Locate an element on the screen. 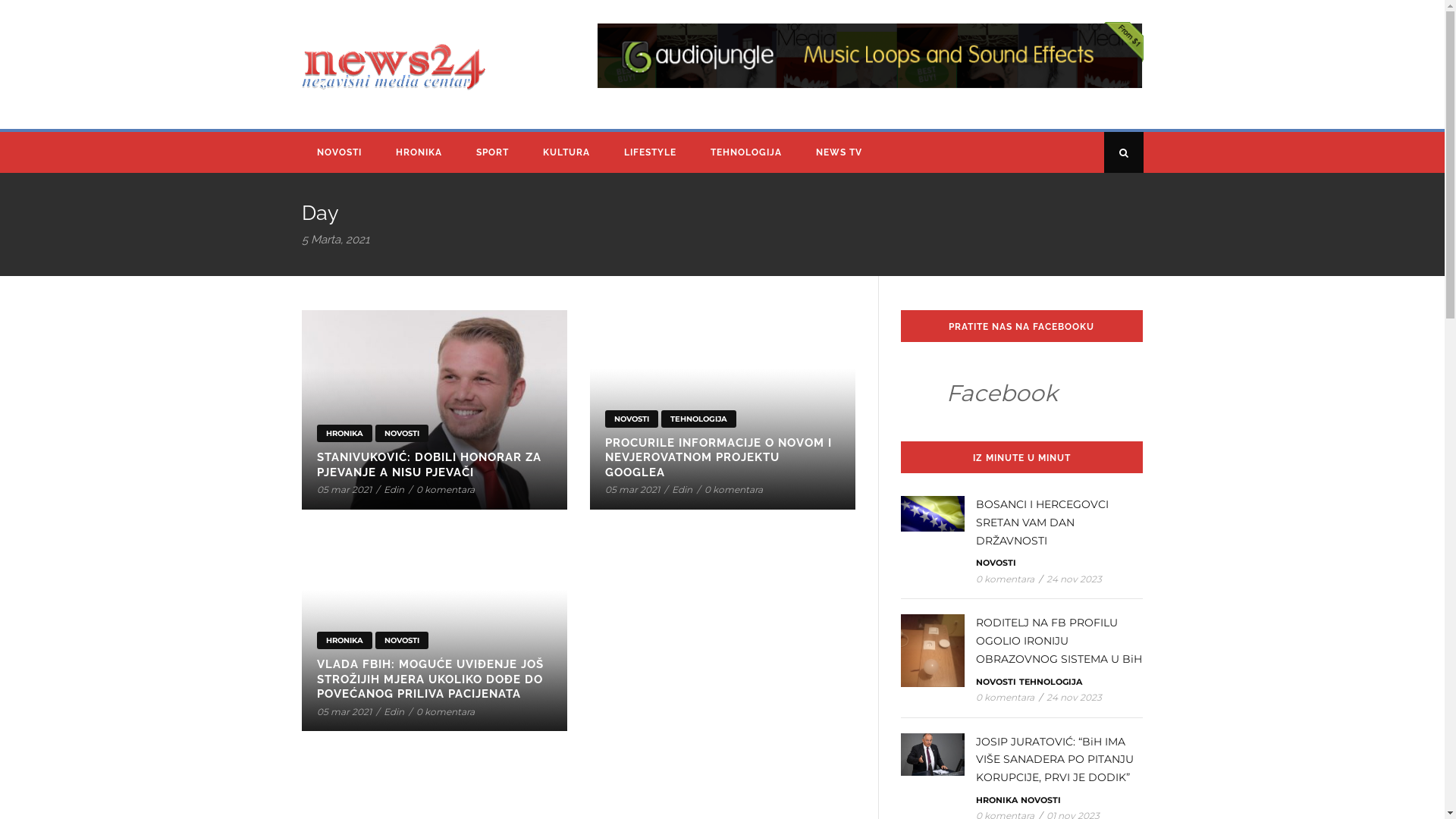  'TEHNOLOGIJA' is located at coordinates (1050, 680).